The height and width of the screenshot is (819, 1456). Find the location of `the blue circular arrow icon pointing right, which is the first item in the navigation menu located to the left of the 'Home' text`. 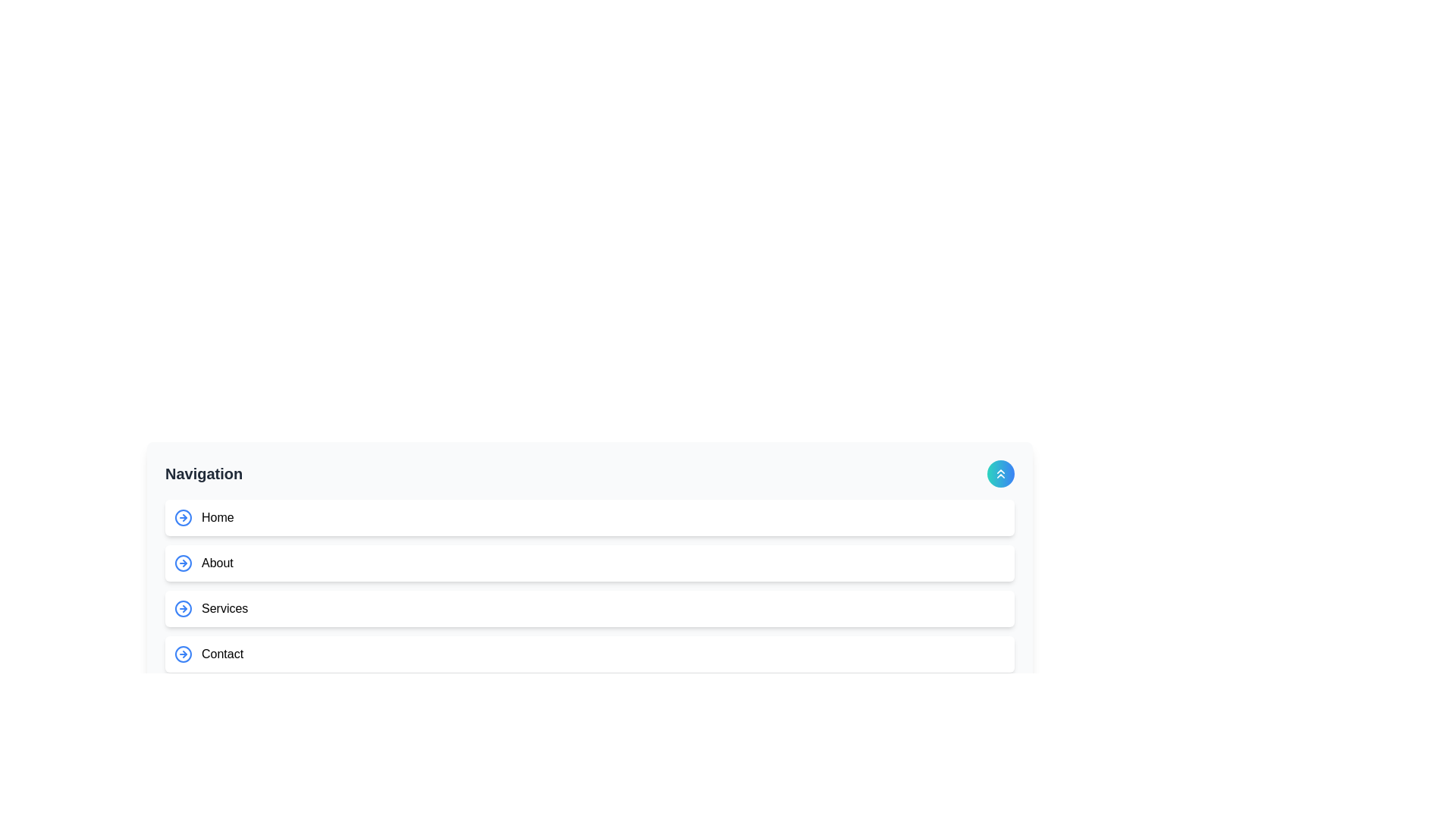

the blue circular arrow icon pointing right, which is the first item in the navigation menu located to the left of the 'Home' text is located at coordinates (182, 516).